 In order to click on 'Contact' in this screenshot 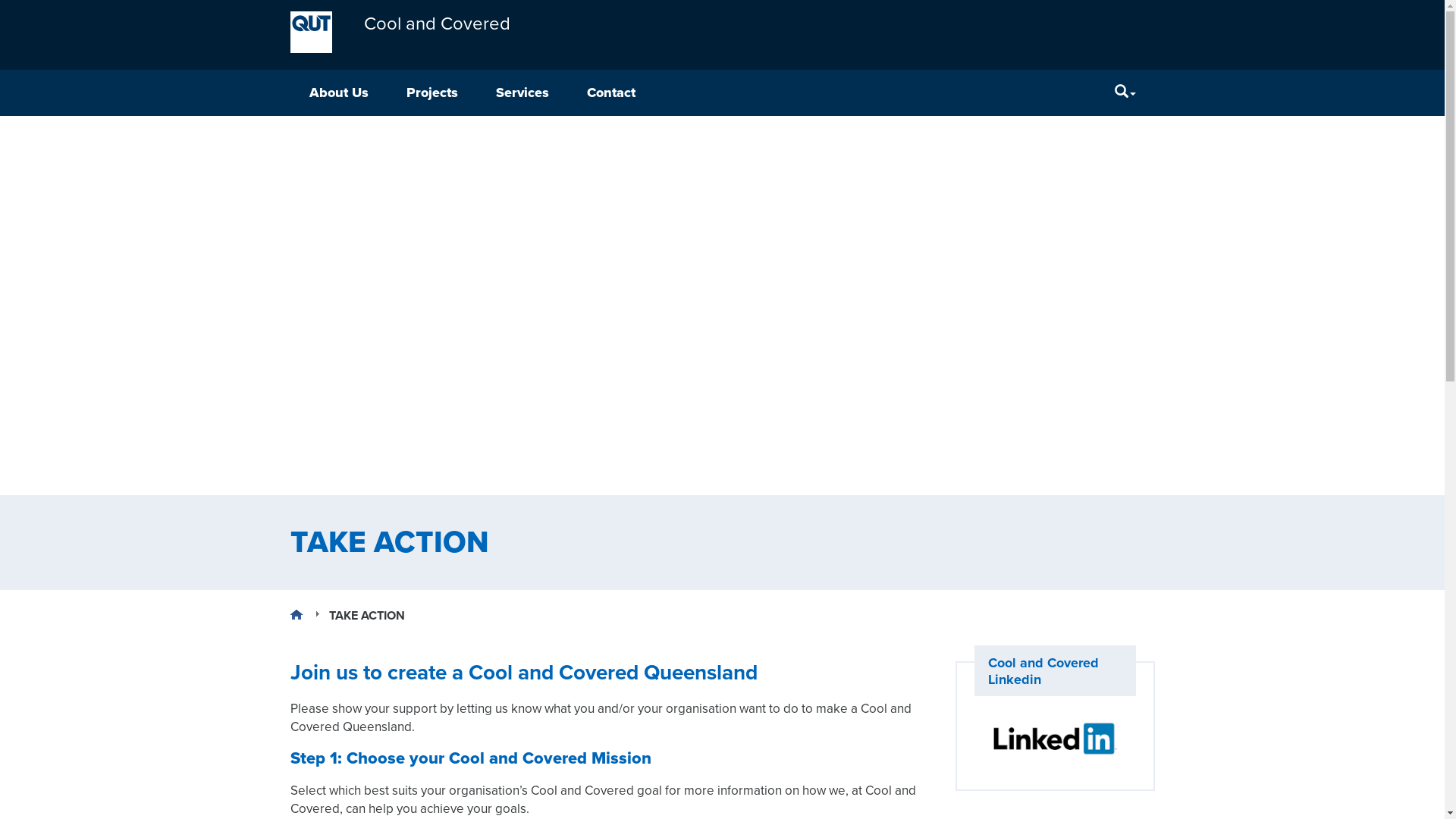, I will do `click(610, 93)`.